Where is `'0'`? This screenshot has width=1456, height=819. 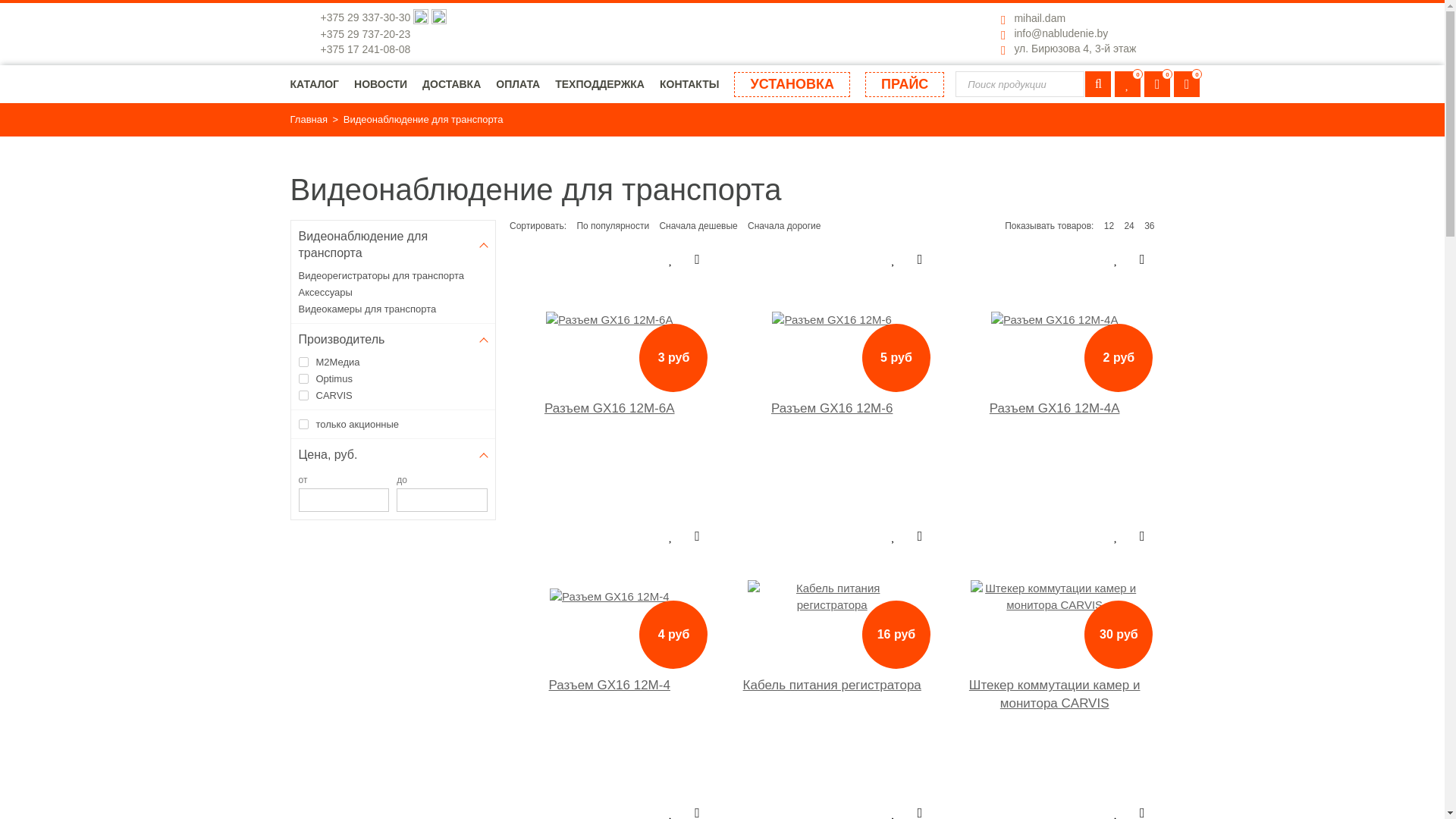
'0' is located at coordinates (1128, 84).